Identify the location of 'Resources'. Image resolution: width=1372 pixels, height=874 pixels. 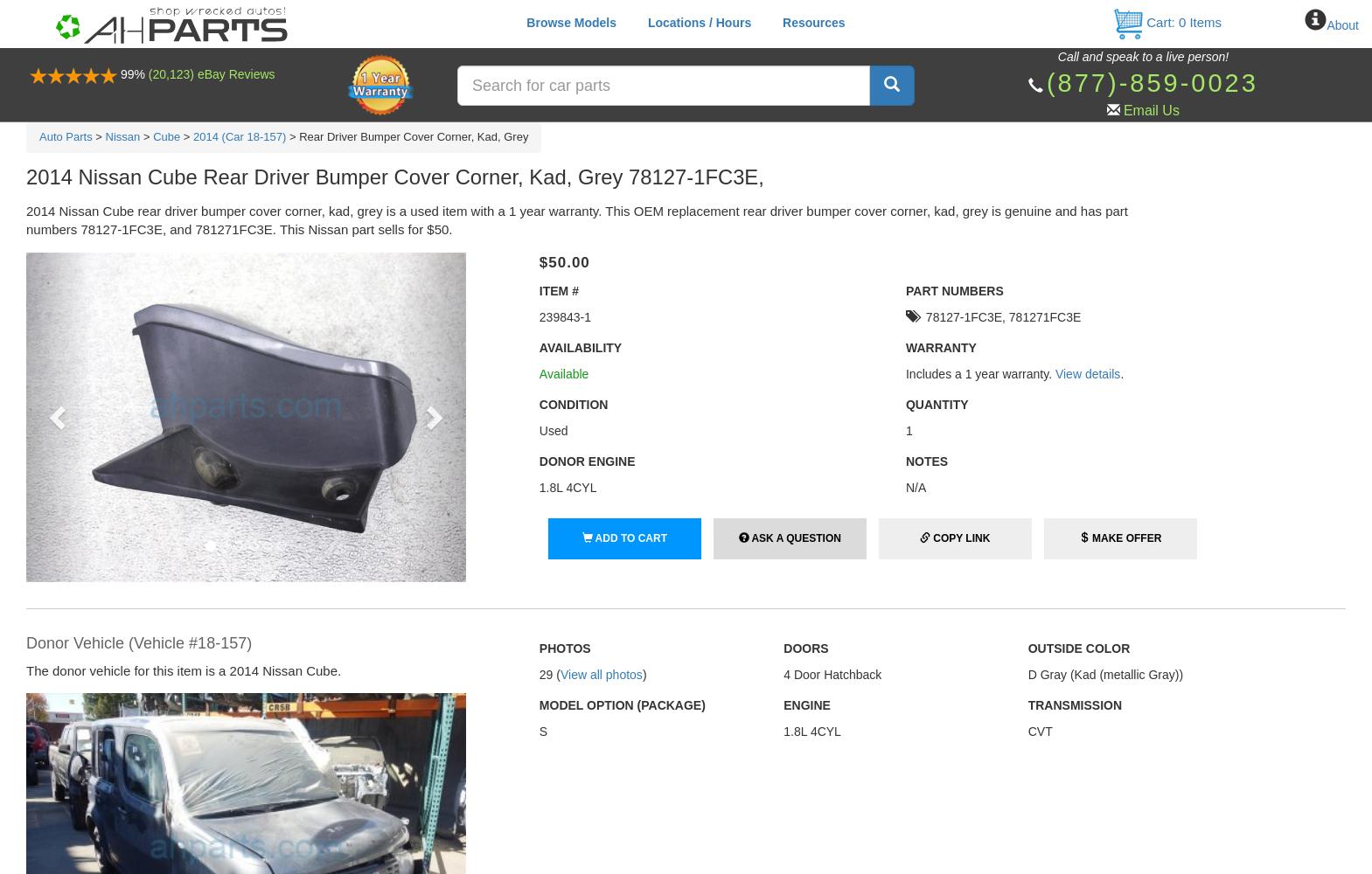
(813, 23).